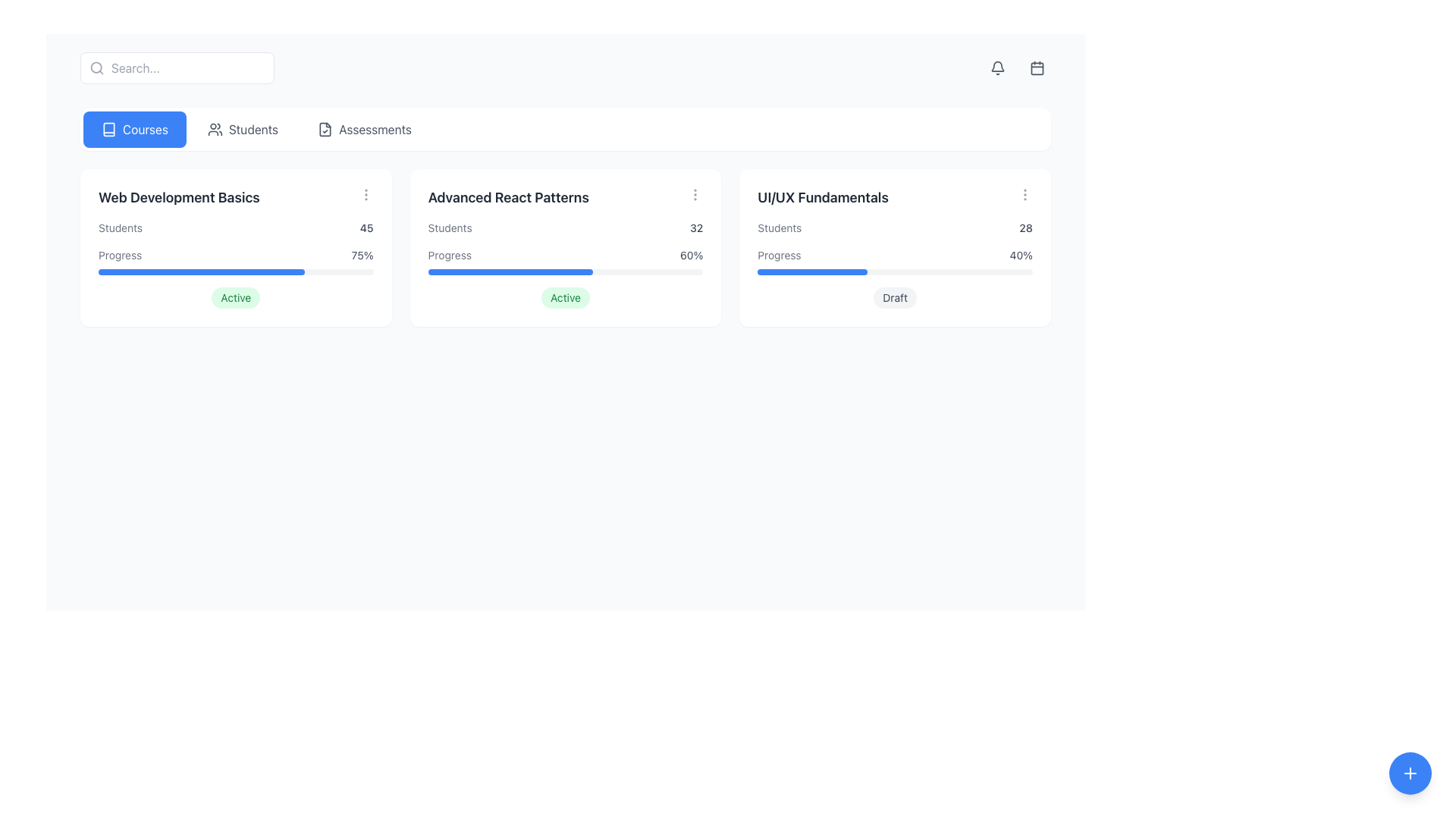 Image resolution: width=1456 pixels, height=819 pixels. Describe the element at coordinates (564, 197) in the screenshot. I see `the header/title text element that identifies the Advanced React Patterns course card located in the center column of a three-column grid layout` at that location.